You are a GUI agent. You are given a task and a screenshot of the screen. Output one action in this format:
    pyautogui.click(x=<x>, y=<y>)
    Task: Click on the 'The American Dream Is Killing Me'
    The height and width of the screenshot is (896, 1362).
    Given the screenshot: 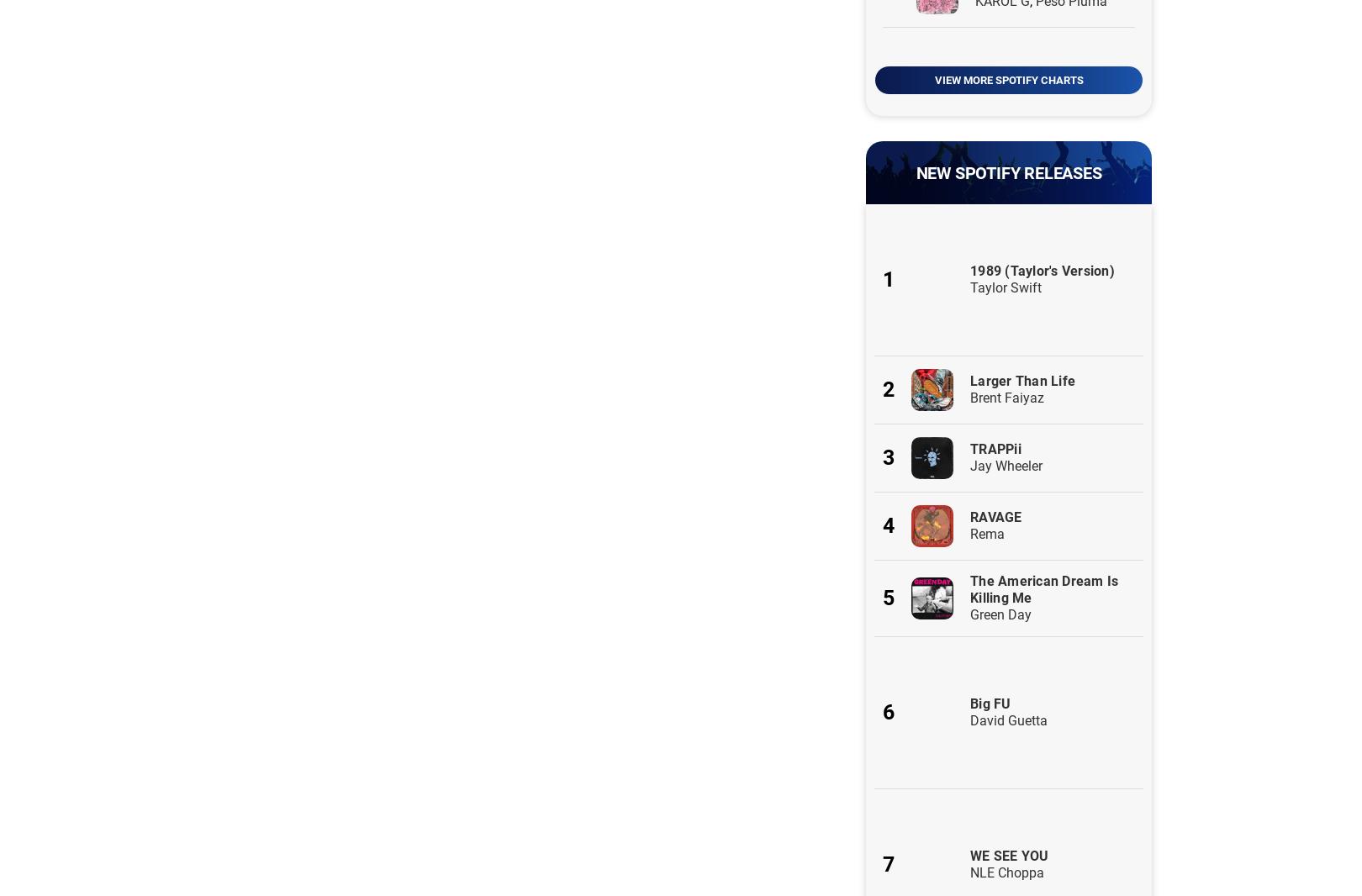 What is the action you would take?
    pyautogui.click(x=1044, y=588)
    